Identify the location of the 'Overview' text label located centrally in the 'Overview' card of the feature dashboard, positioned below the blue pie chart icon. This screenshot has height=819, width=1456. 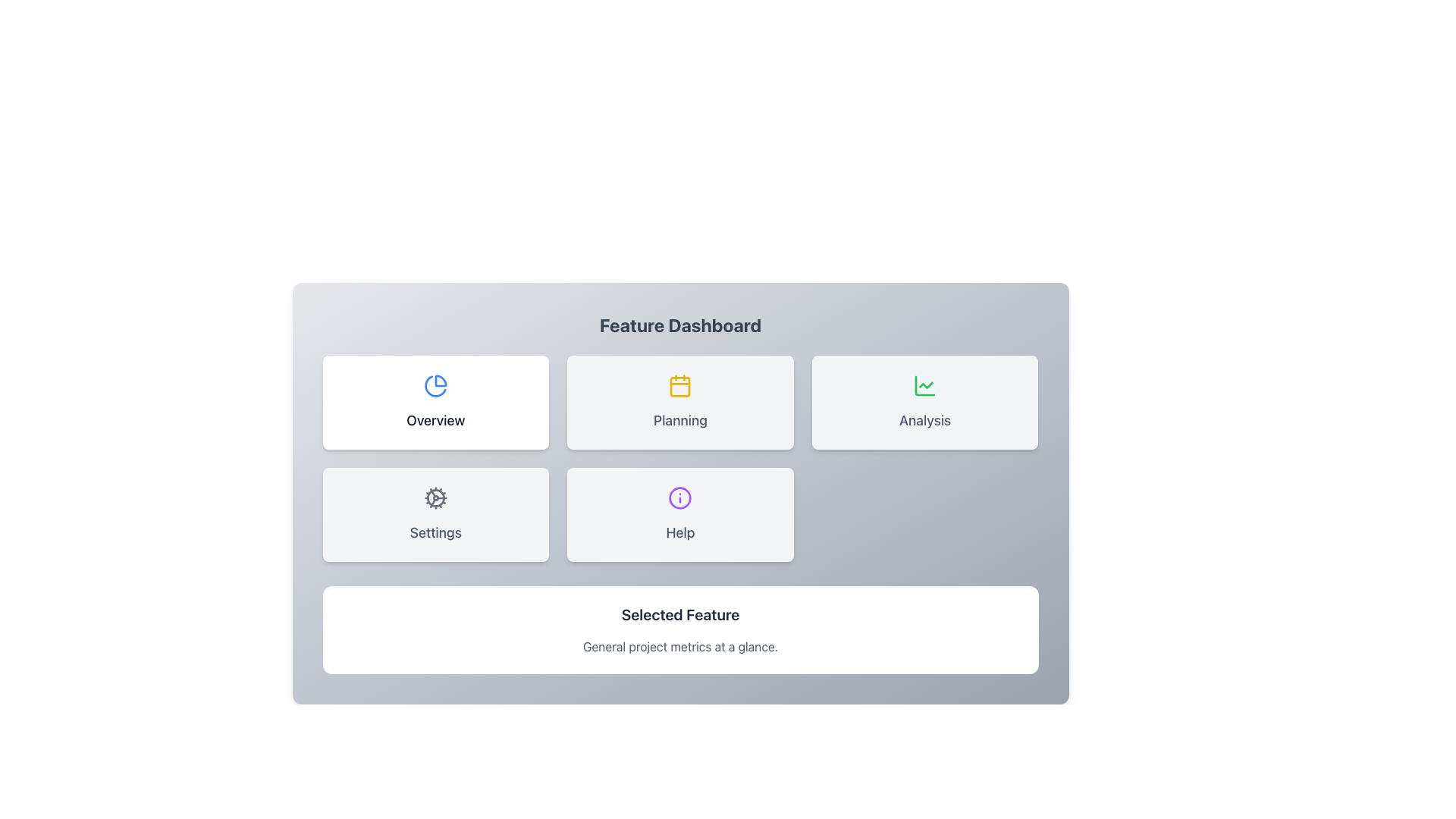
(435, 421).